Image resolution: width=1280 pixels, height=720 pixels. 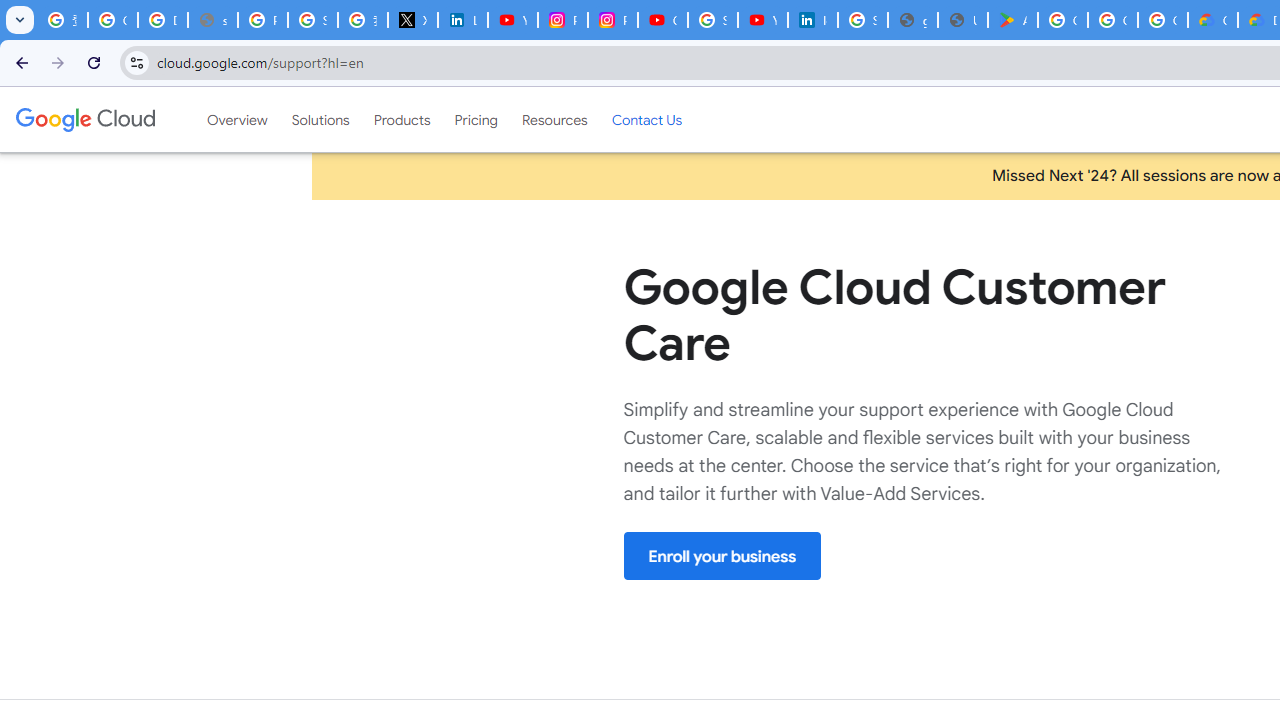 What do you see at coordinates (1111, 20) in the screenshot?
I see `'Google Workspace - Specific Terms'` at bounding box center [1111, 20].